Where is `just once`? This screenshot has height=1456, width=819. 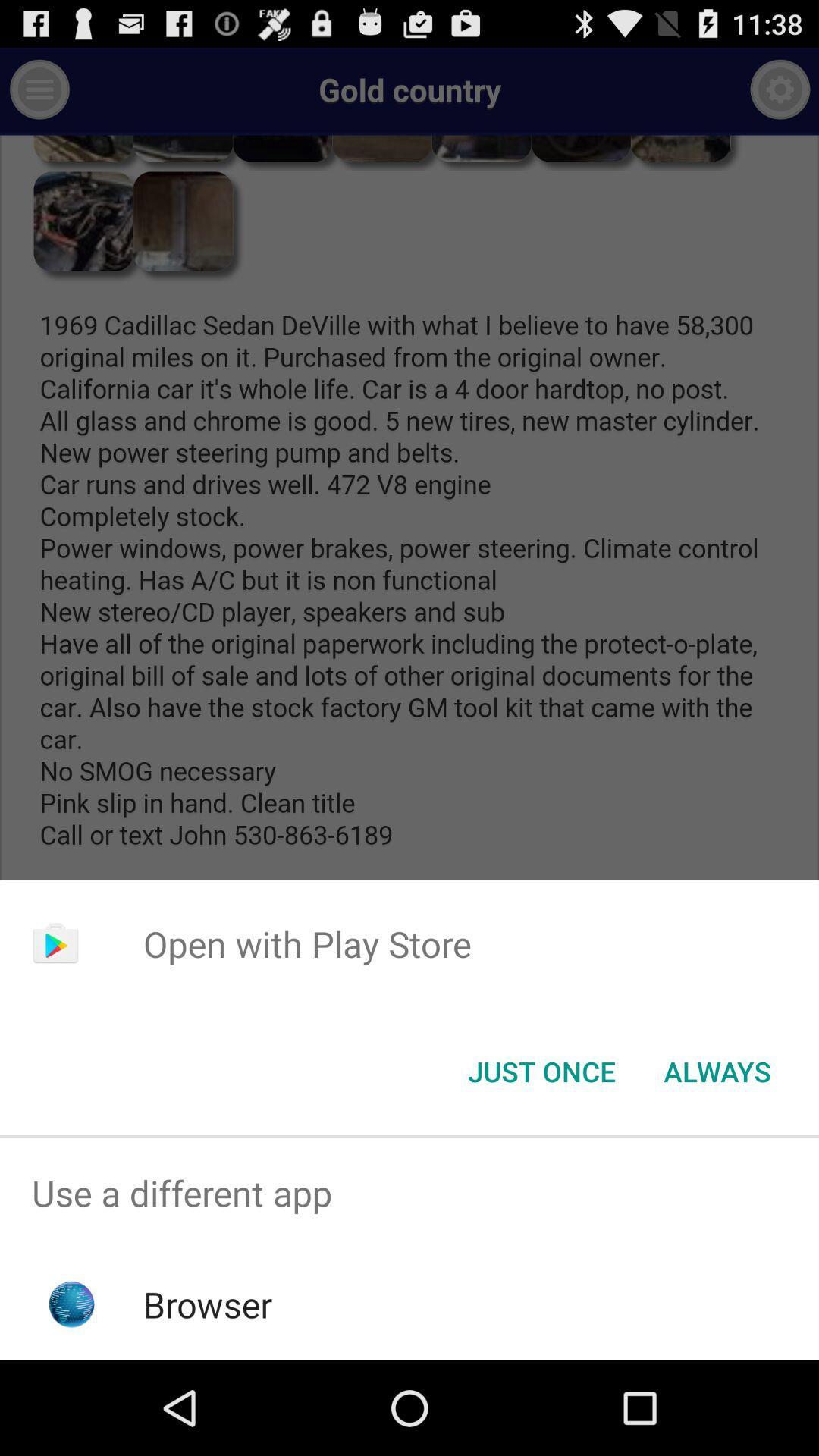 just once is located at coordinates (541, 1070).